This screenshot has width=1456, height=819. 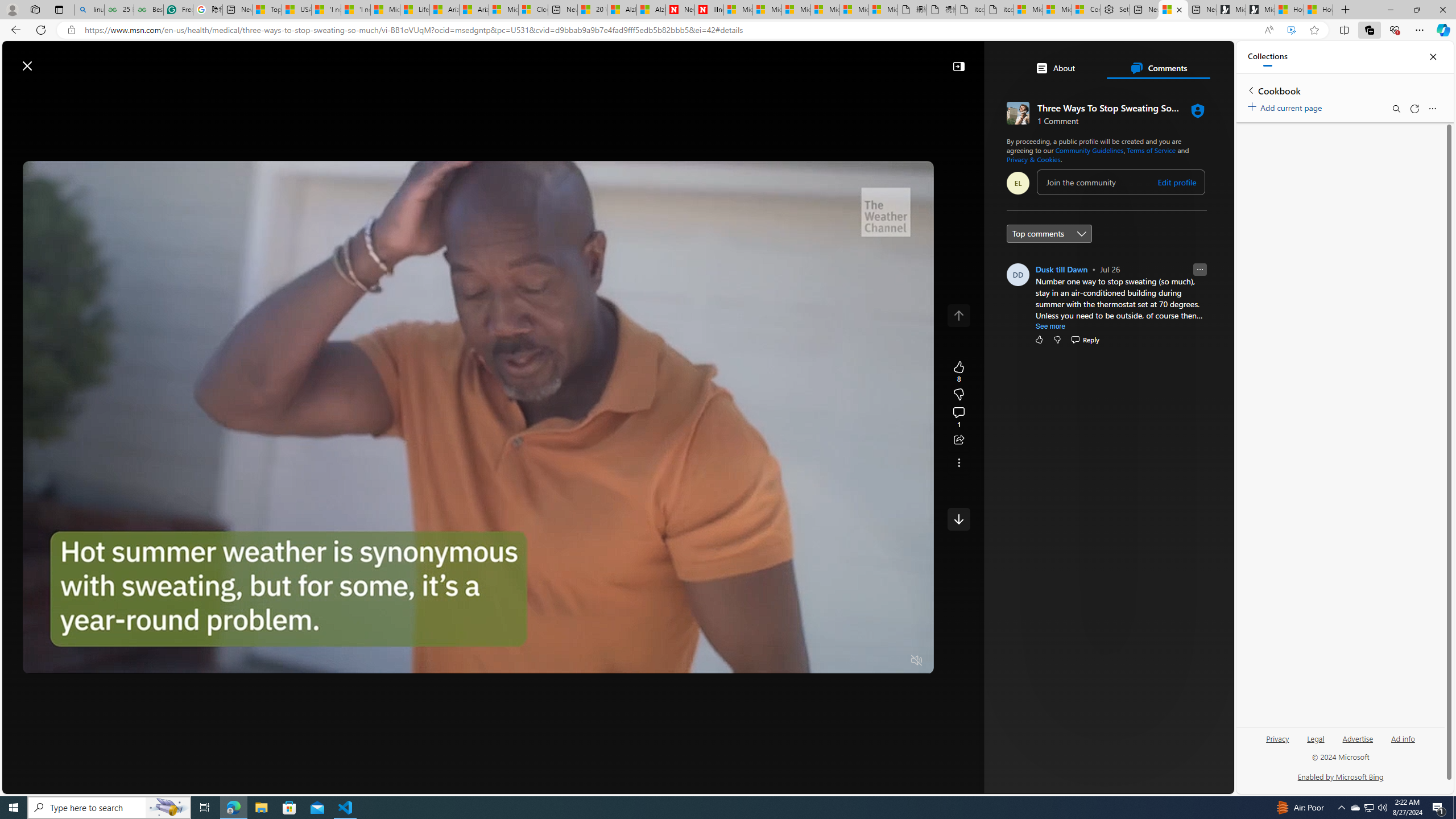 I want to click on '8', so click(x=958, y=394).